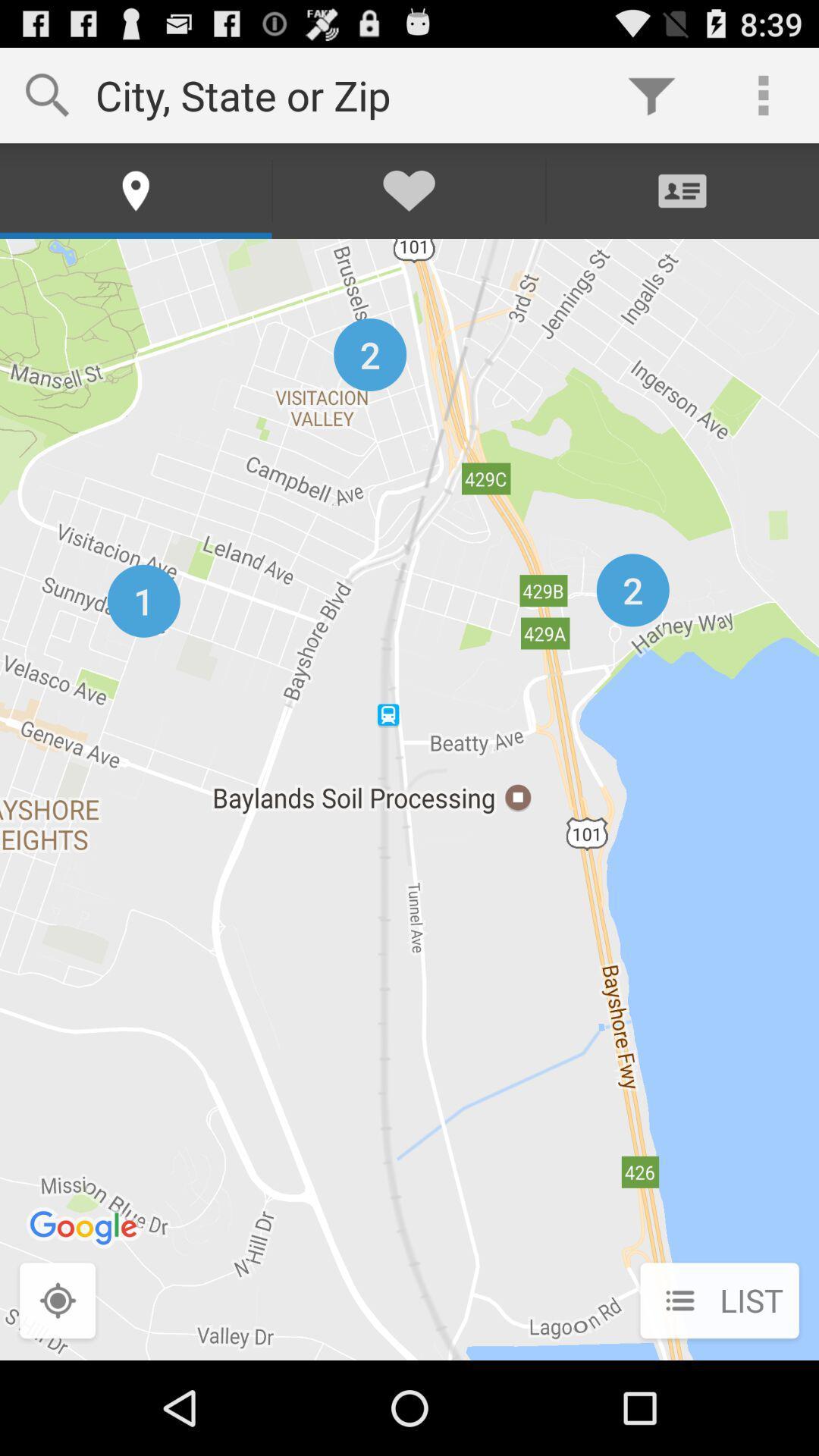 The width and height of the screenshot is (819, 1456). Describe the element at coordinates (719, 1301) in the screenshot. I see `the list button` at that location.